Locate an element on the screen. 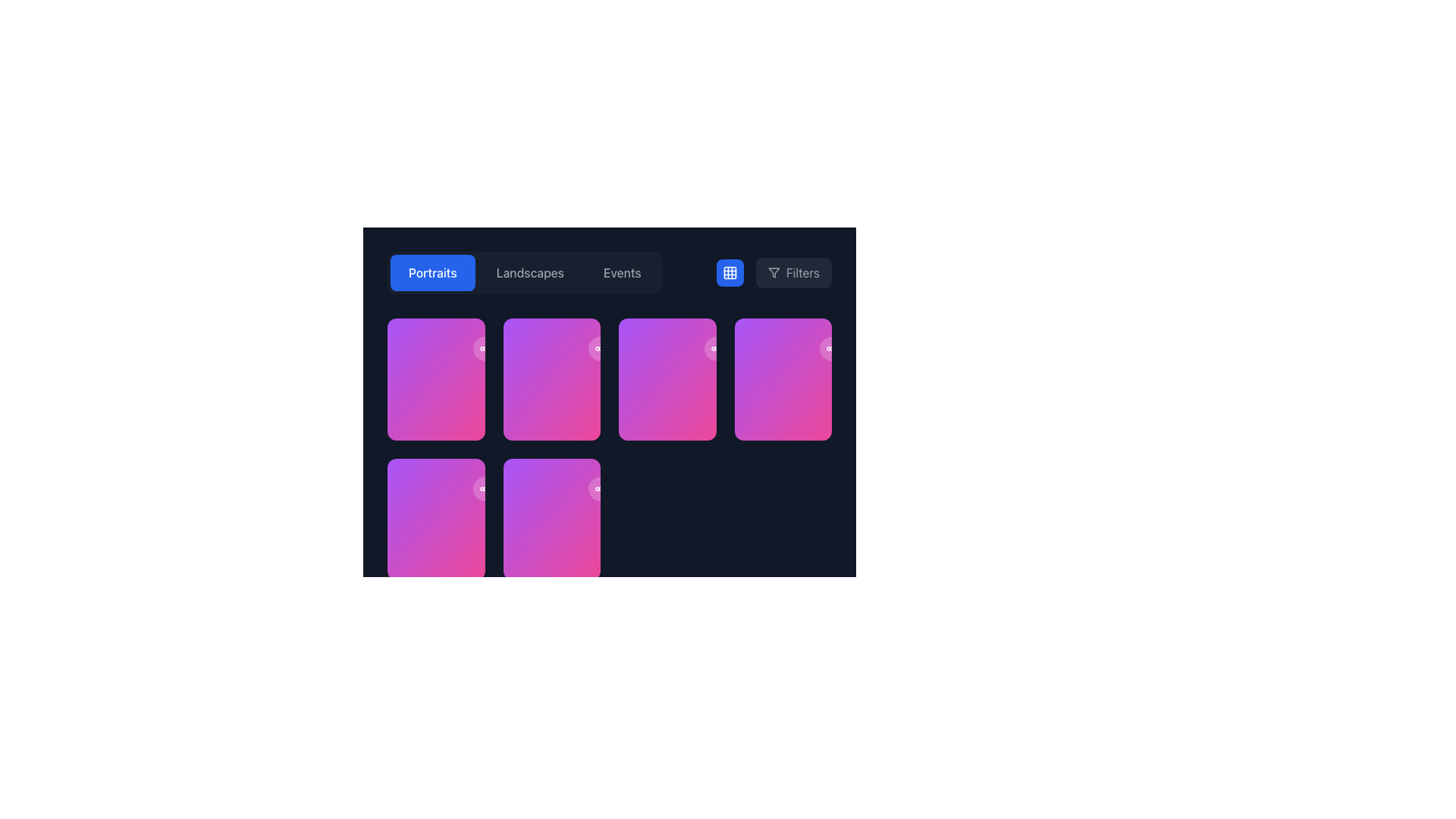  the media information card located in the middle column of the bottom row in the multi-column grid layout is located at coordinates (551, 491).